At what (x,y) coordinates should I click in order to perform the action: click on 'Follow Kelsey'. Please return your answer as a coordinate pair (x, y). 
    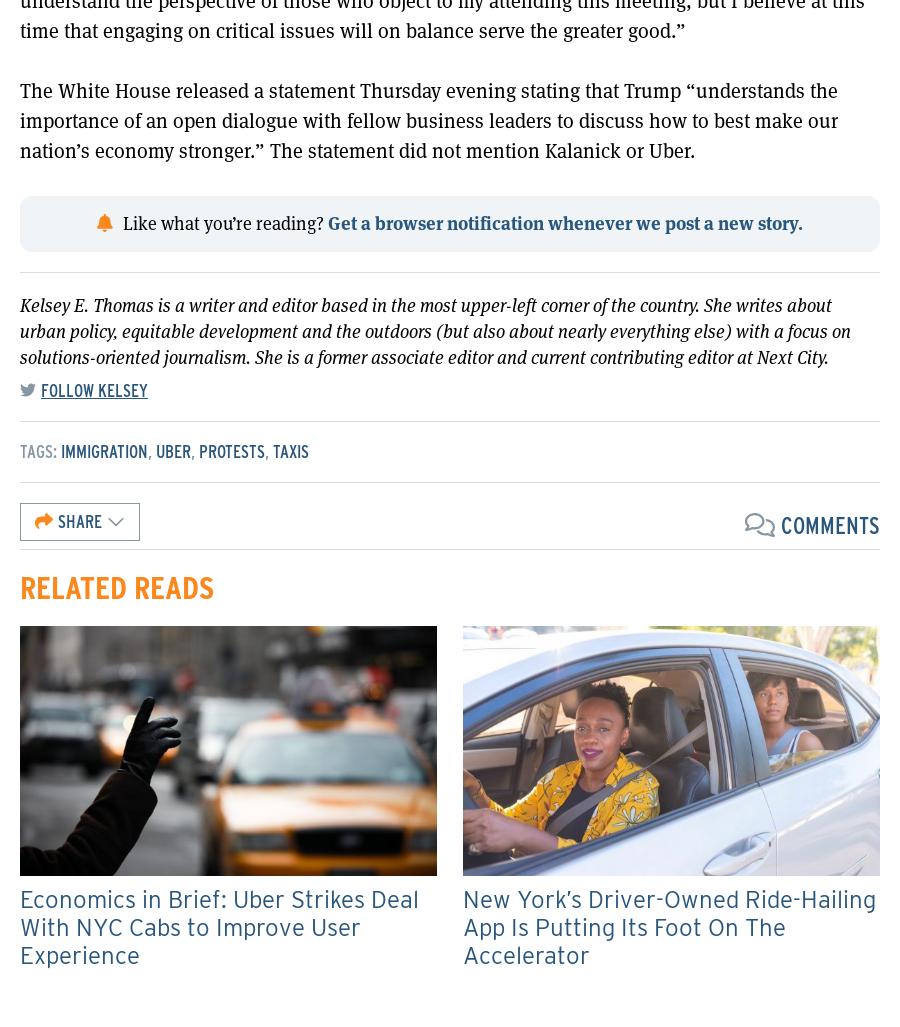
    Looking at the image, I should click on (93, 390).